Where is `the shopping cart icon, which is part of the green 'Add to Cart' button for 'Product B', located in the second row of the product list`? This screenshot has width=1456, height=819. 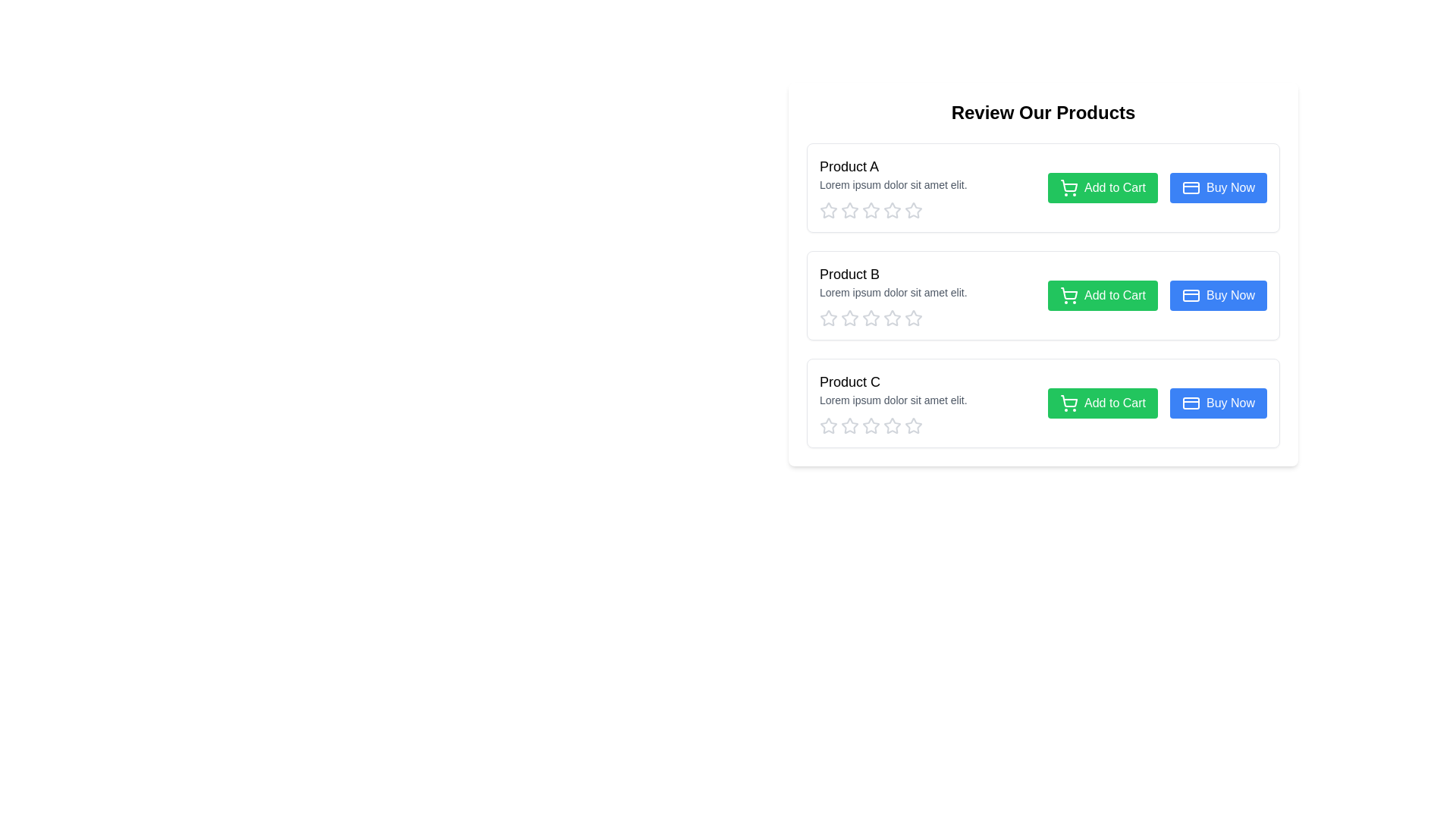 the shopping cart icon, which is part of the green 'Add to Cart' button for 'Product B', located in the second row of the product list is located at coordinates (1068, 293).